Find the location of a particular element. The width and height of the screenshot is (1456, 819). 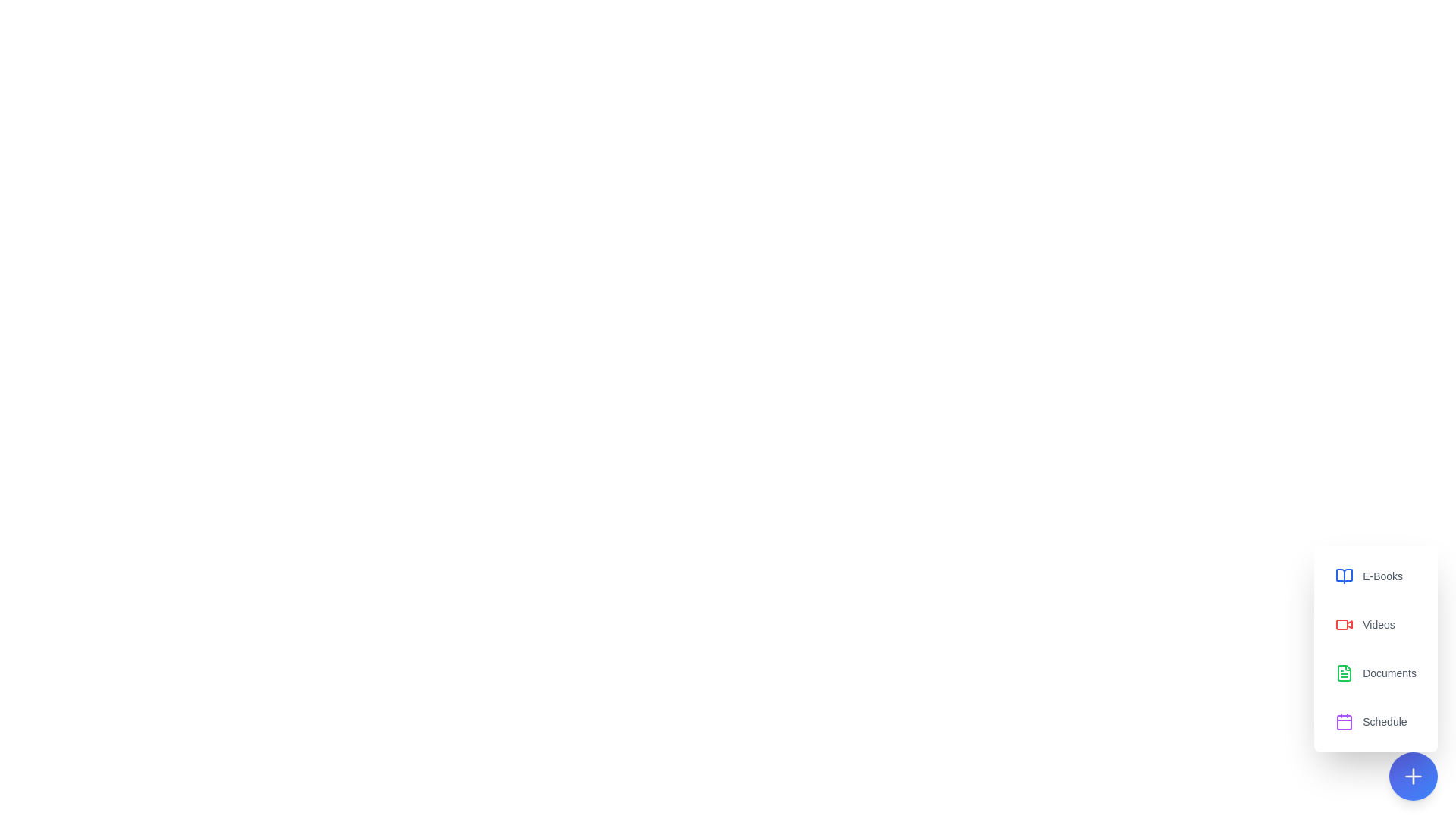

the button corresponding to Schedule to access the desired resource is located at coordinates (1376, 721).